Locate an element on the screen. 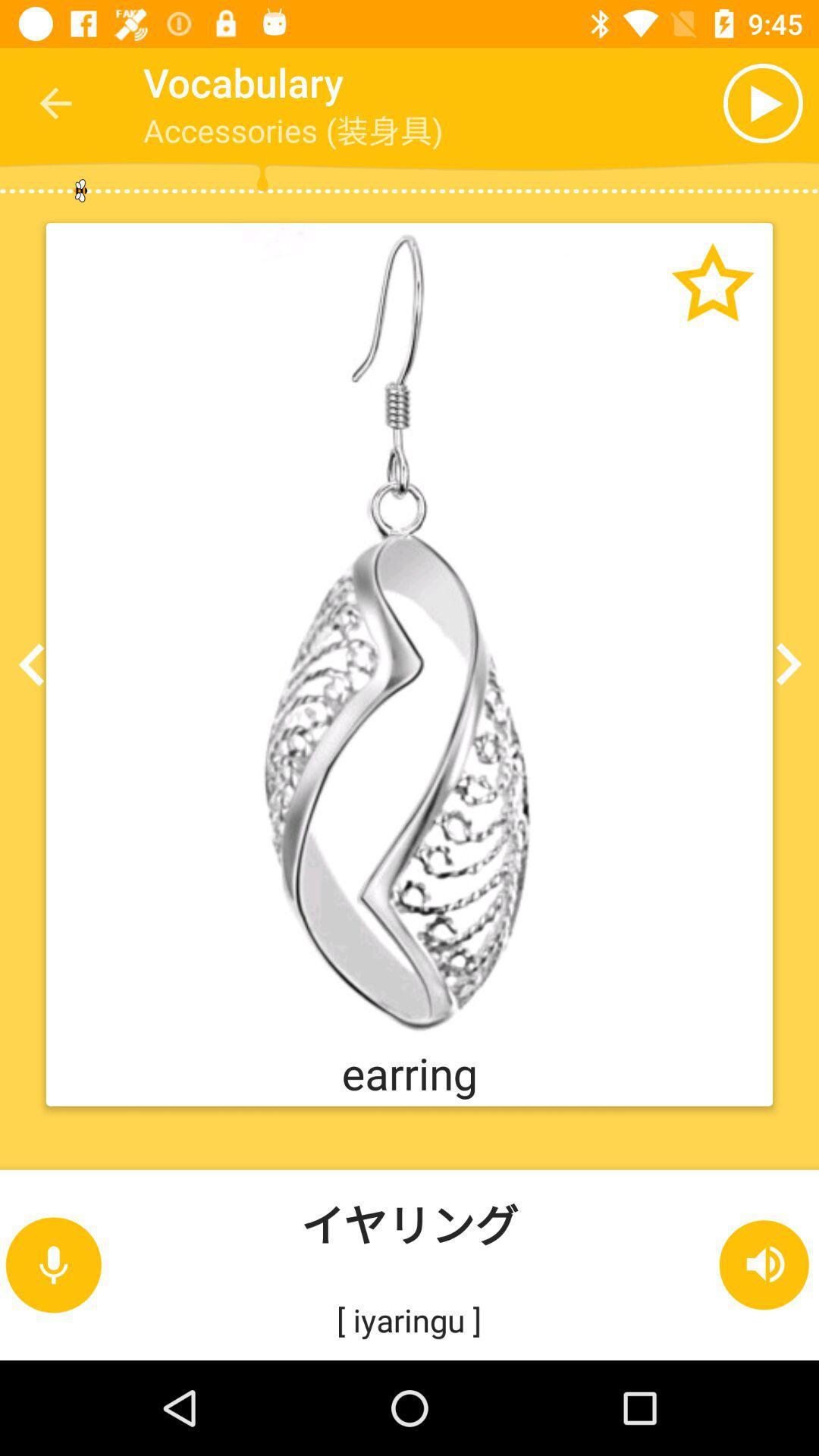  the arrow_backward icon is located at coordinates (36, 664).